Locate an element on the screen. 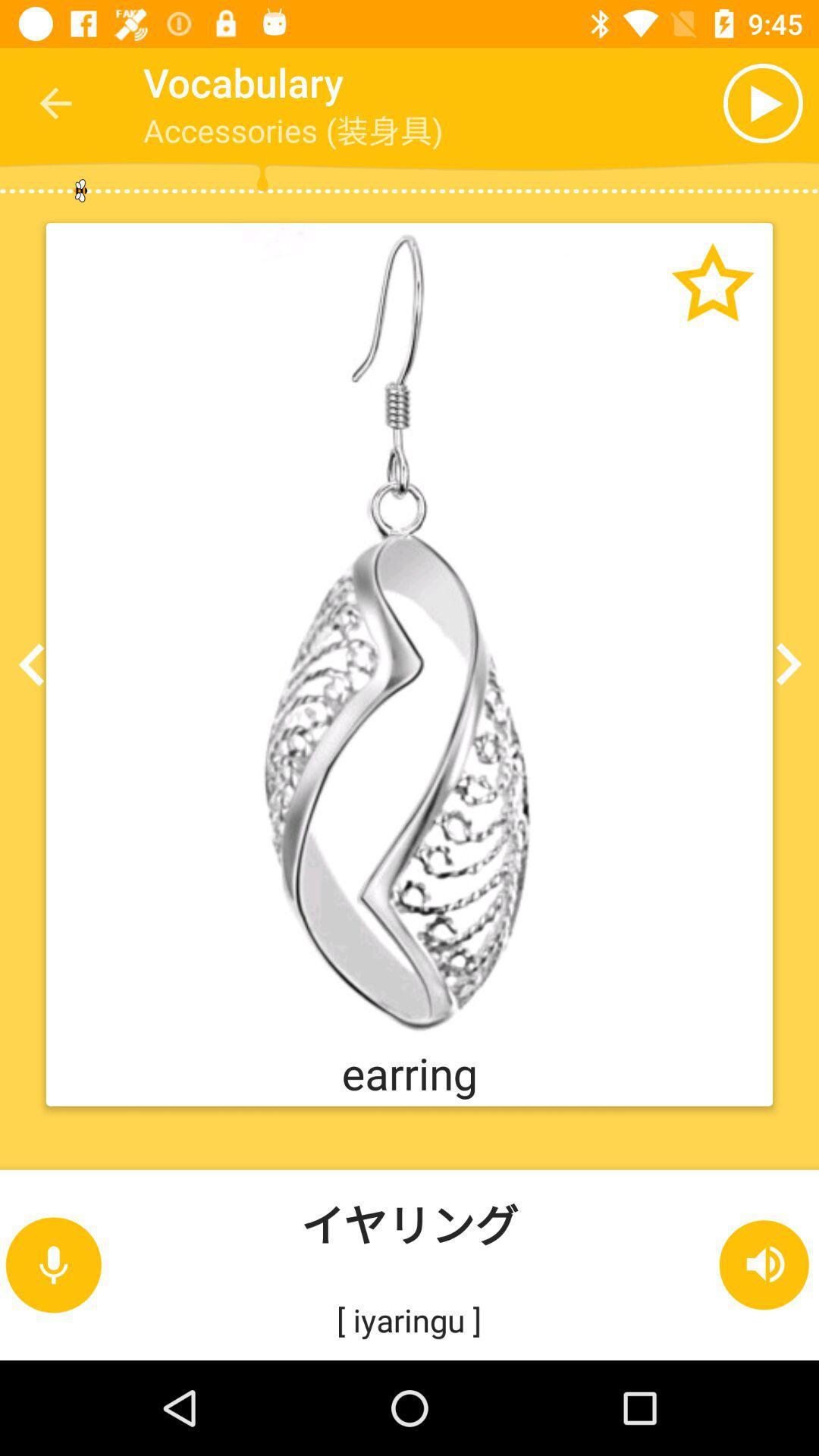  the arrow_backward icon is located at coordinates (36, 664).